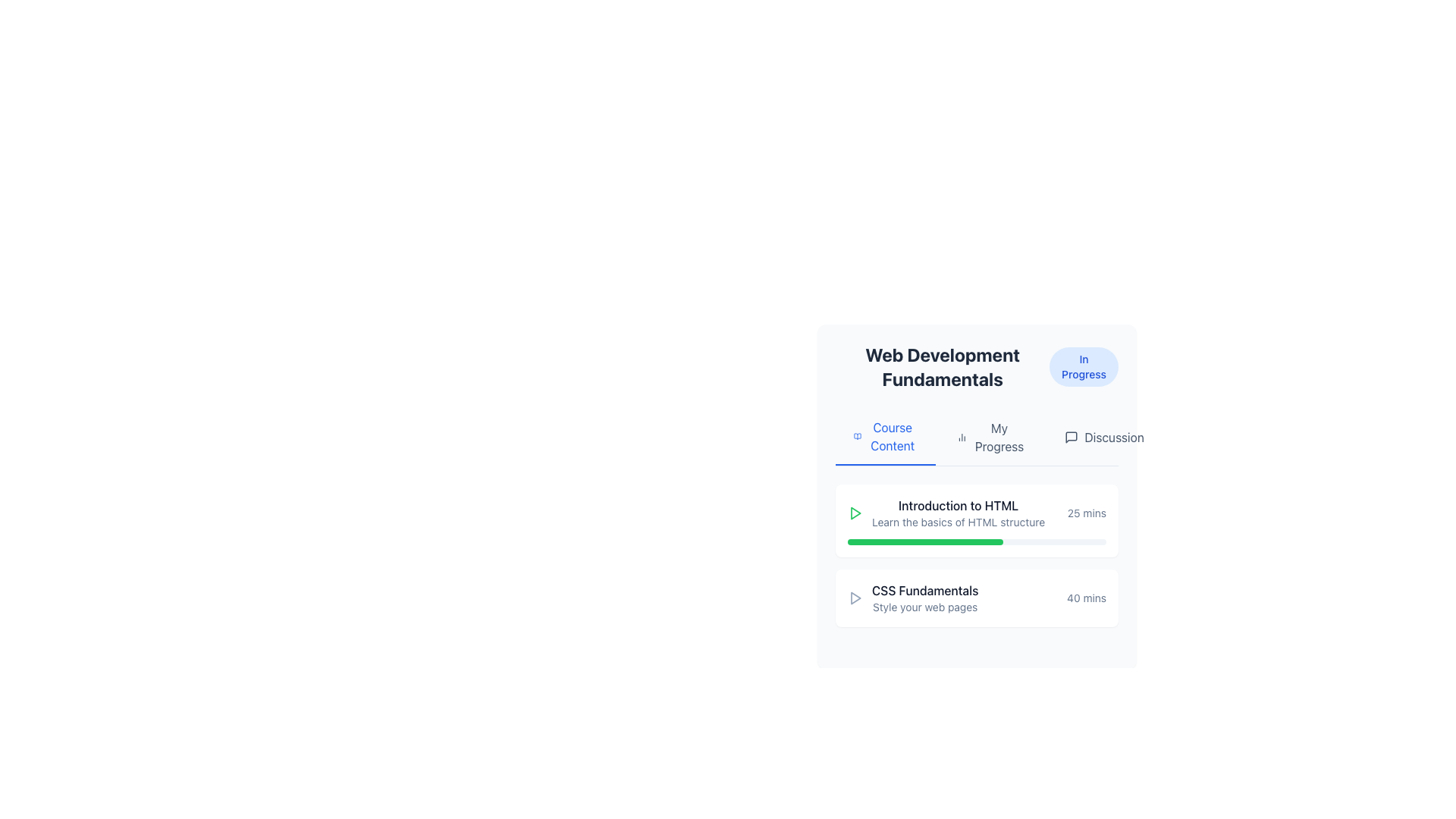 Image resolution: width=1456 pixels, height=819 pixels. What do you see at coordinates (1056, 541) in the screenshot?
I see `progress bar completion` at bounding box center [1056, 541].